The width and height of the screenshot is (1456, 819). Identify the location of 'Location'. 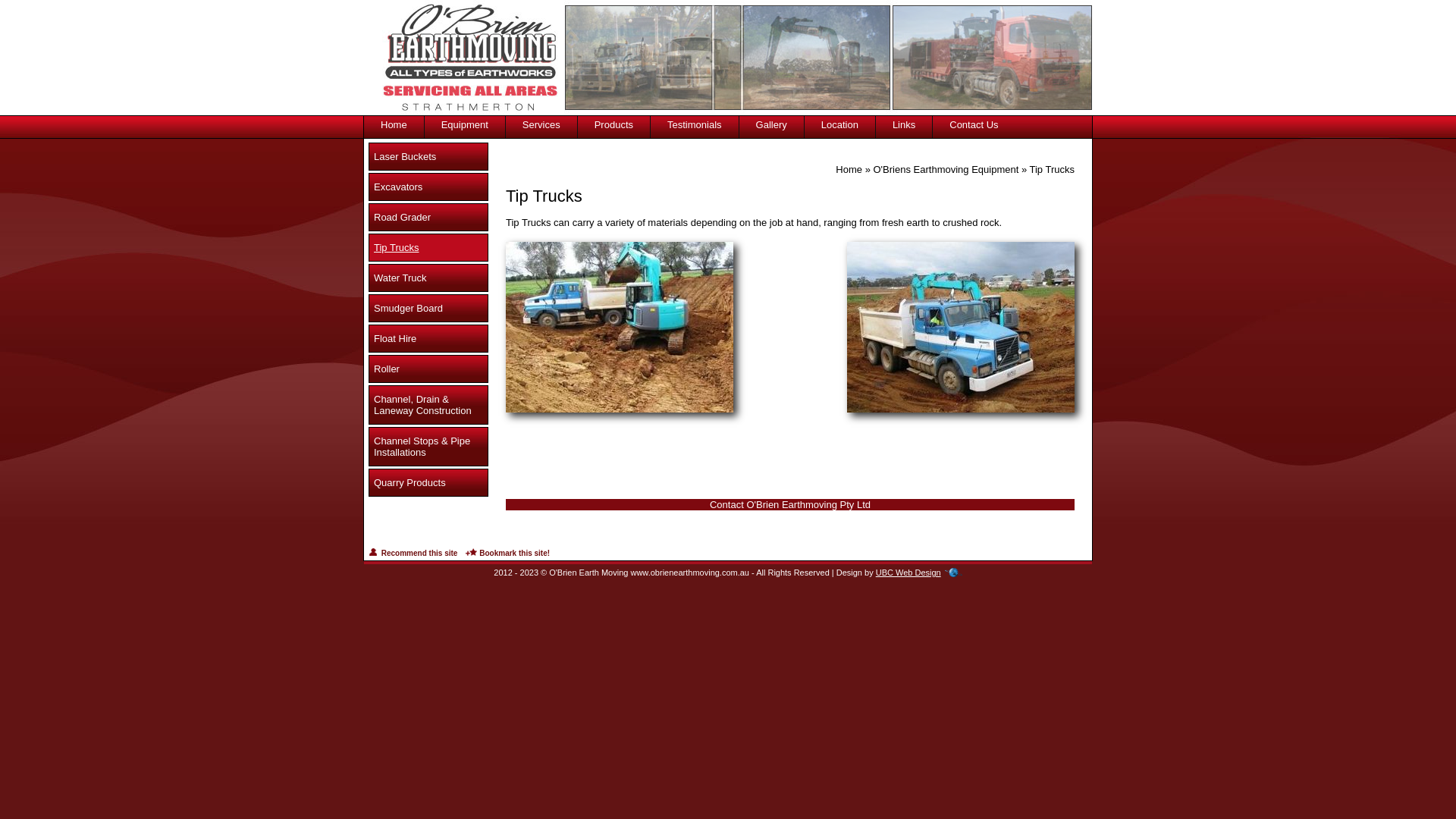
(839, 118).